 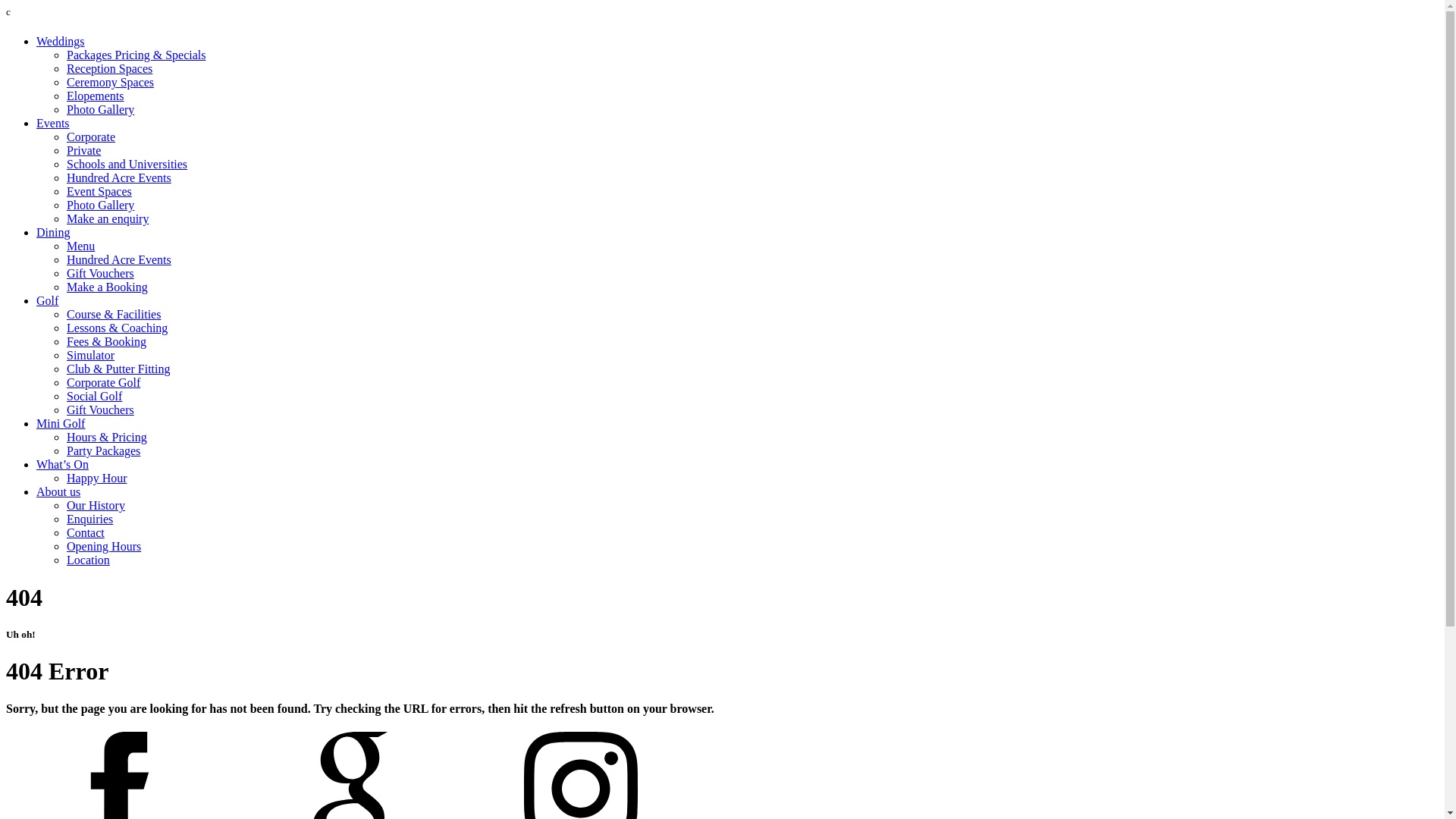 I want to click on 'Photo Gallery', so click(x=99, y=108).